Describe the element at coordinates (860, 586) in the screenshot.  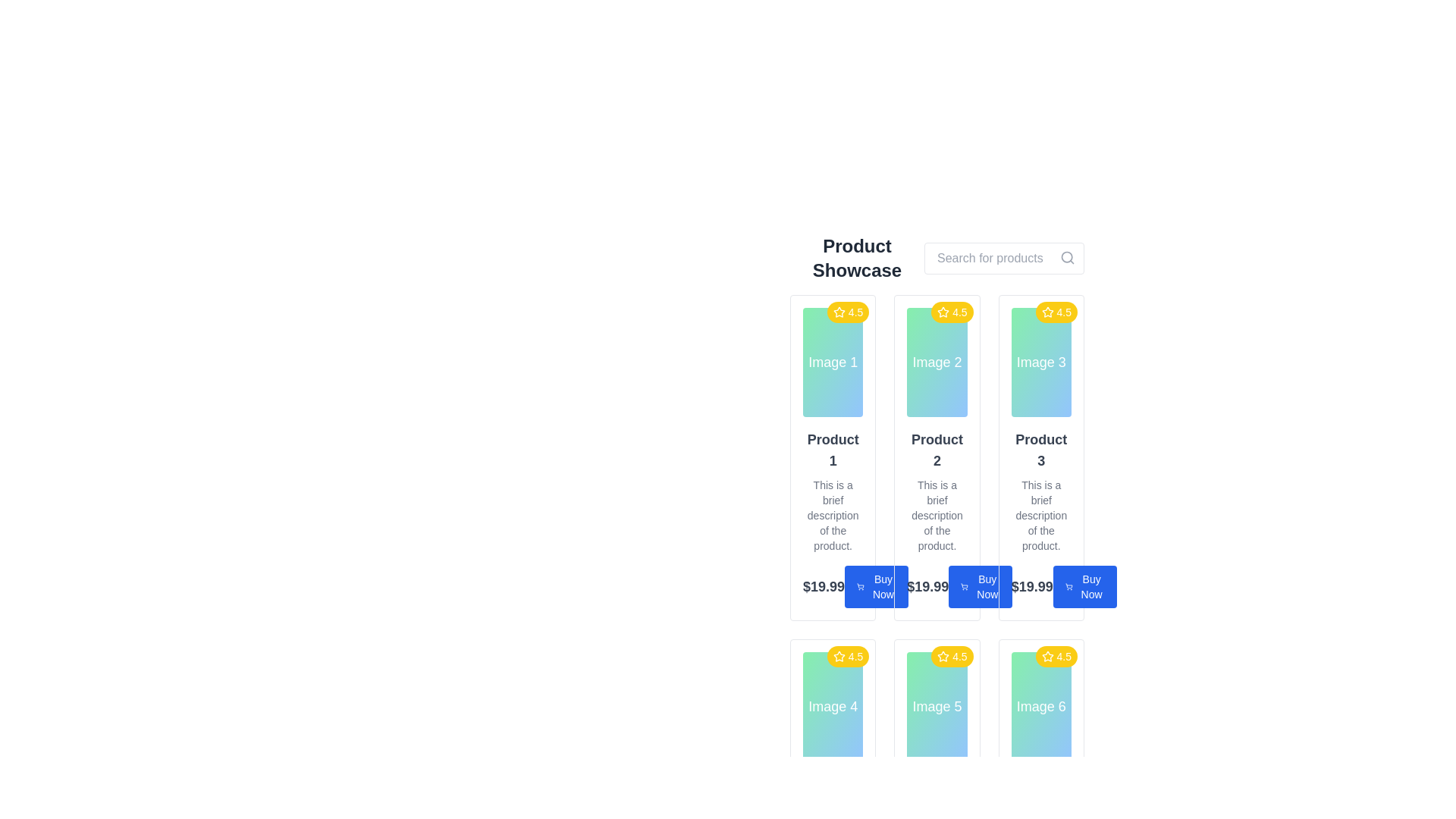
I see `the shopping cart icon located within the blue 'Buy Now' button, which is positioned below the price section of the product card` at that location.